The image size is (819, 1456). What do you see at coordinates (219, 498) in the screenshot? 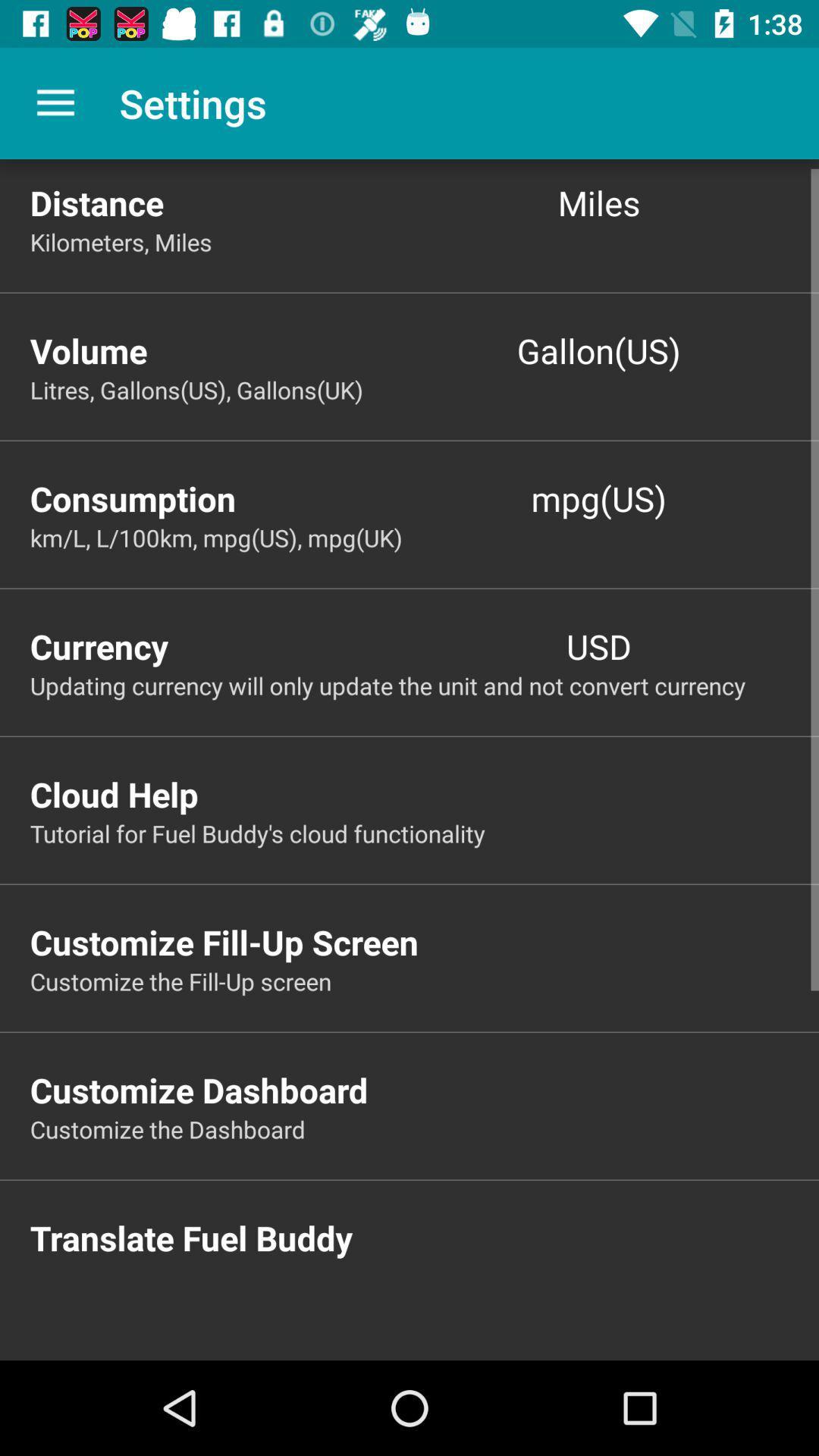
I see `the consumption` at bounding box center [219, 498].